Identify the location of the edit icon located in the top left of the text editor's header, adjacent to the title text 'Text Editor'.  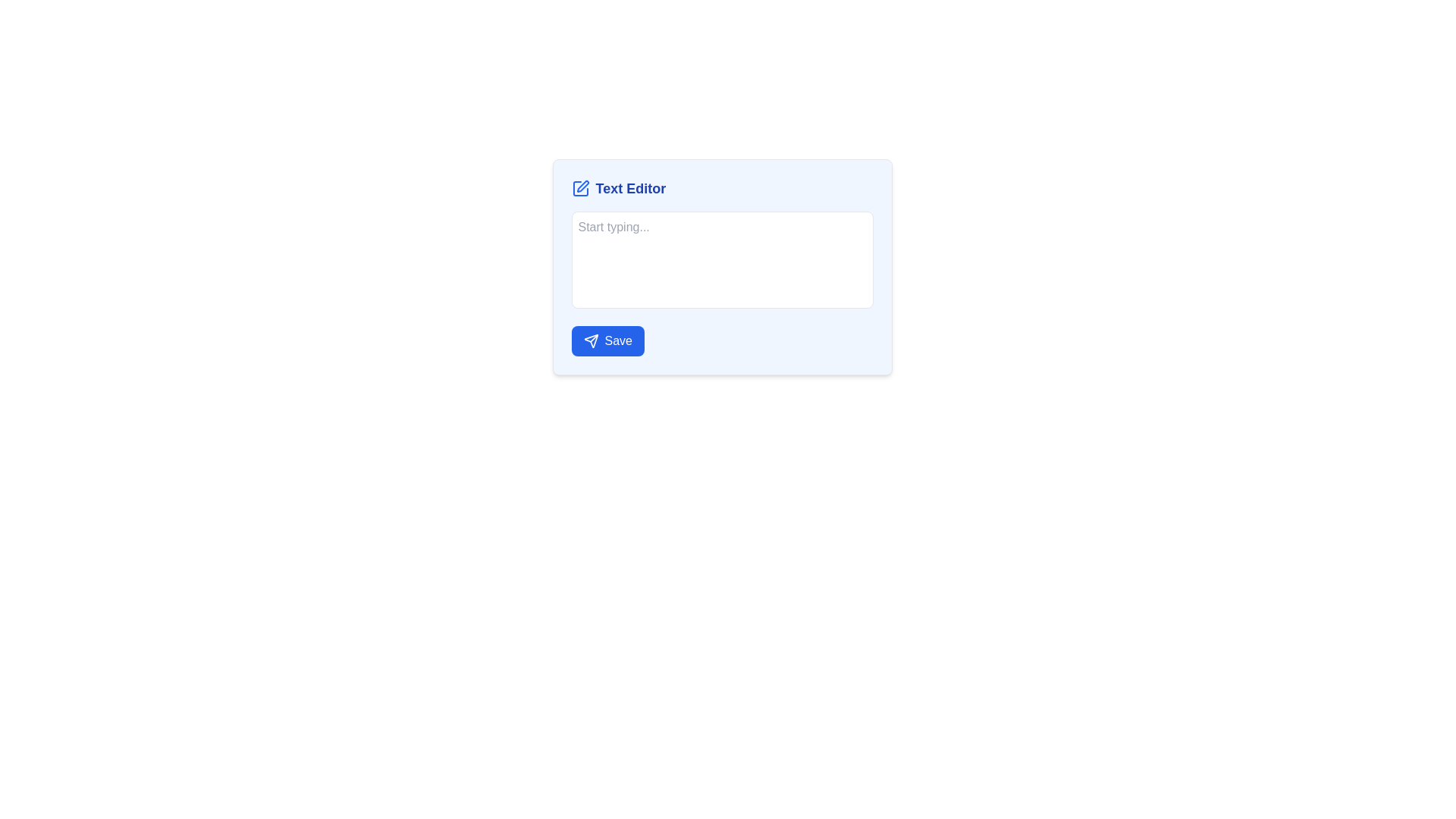
(582, 186).